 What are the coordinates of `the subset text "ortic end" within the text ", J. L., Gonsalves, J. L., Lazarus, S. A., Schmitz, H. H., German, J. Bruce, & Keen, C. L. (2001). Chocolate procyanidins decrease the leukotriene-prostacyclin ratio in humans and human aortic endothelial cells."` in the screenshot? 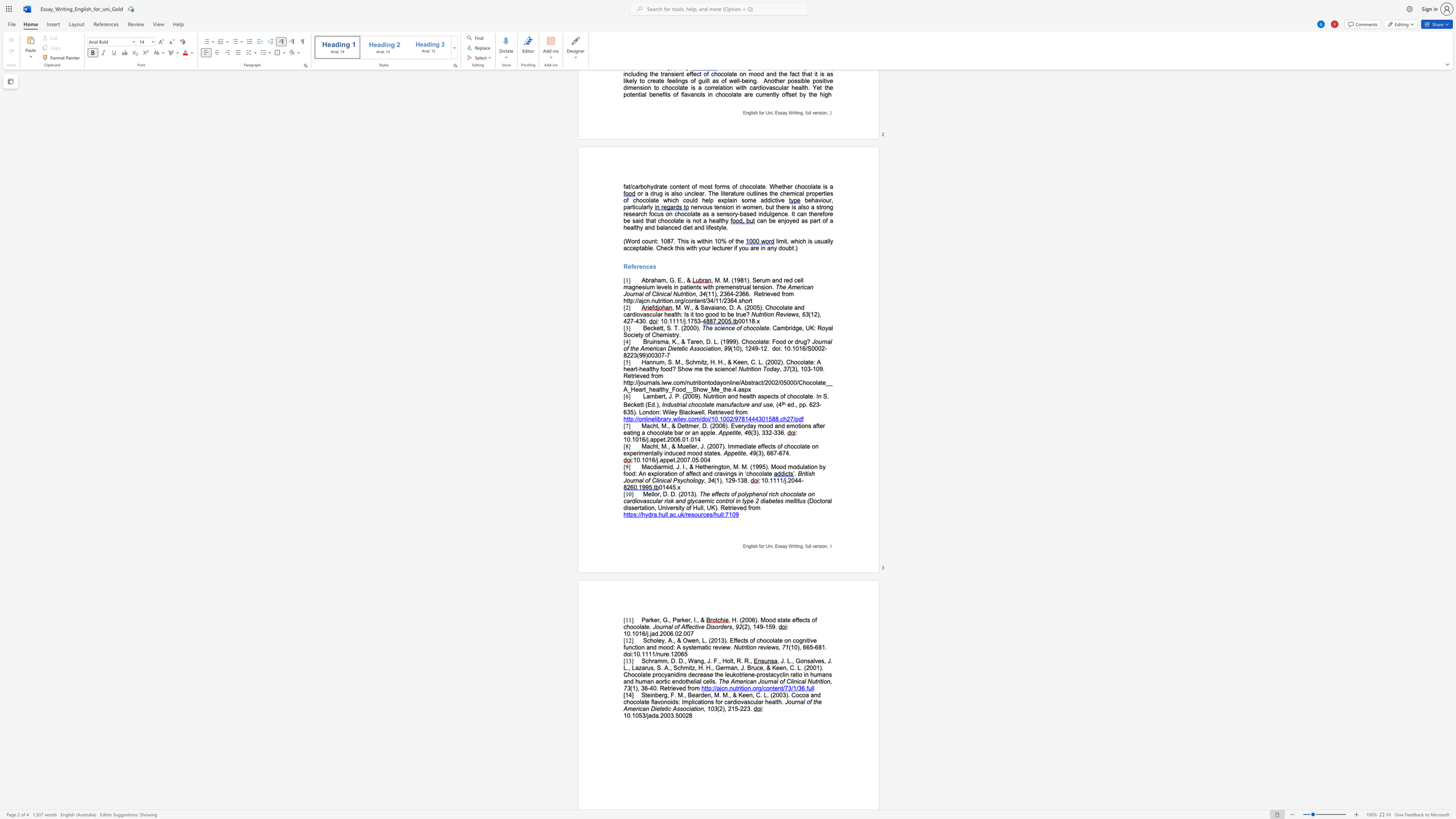 It's located at (658, 681).